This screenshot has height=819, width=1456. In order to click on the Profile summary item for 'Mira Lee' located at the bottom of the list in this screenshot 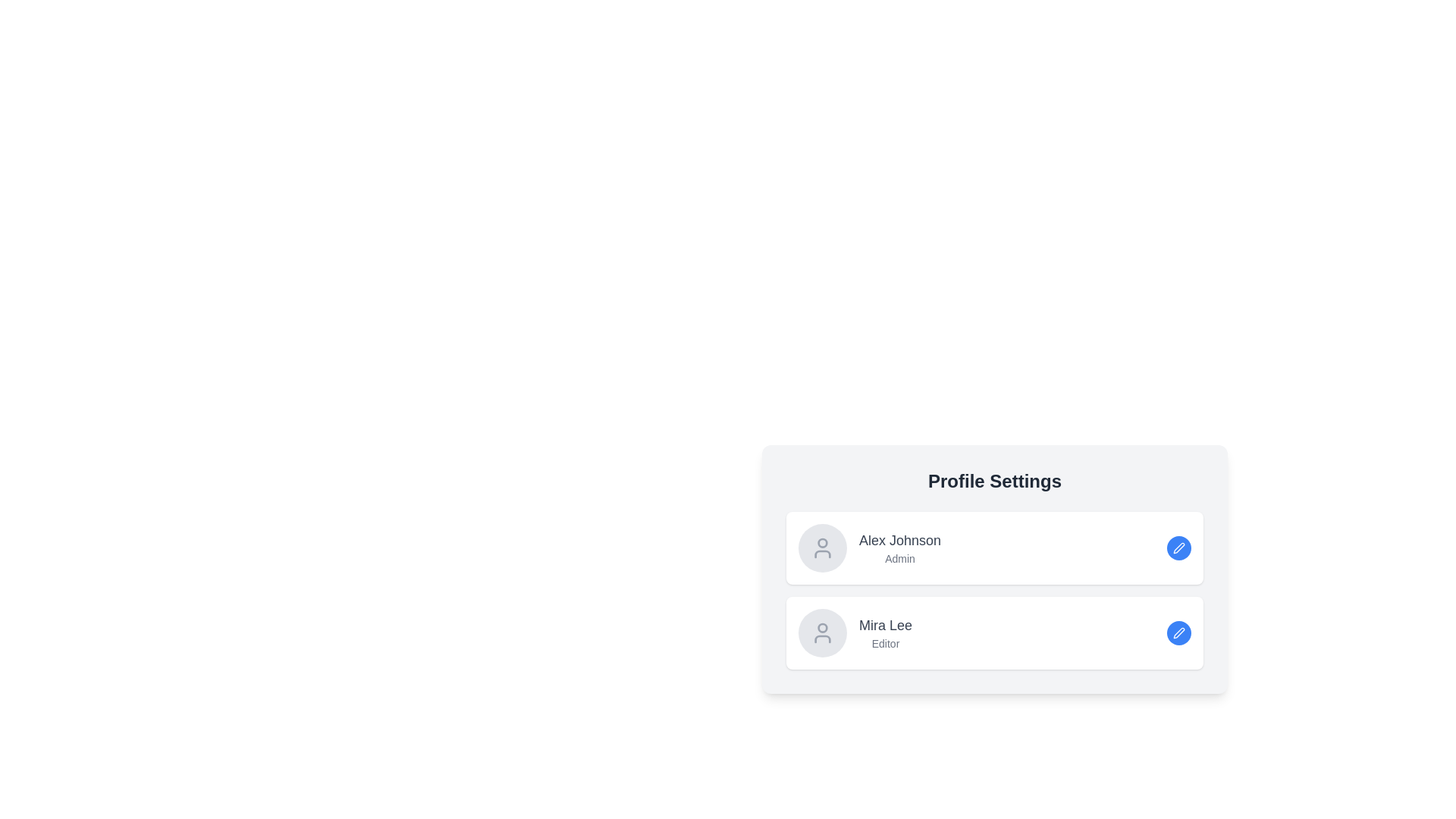, I will do `click(855, 632)`.